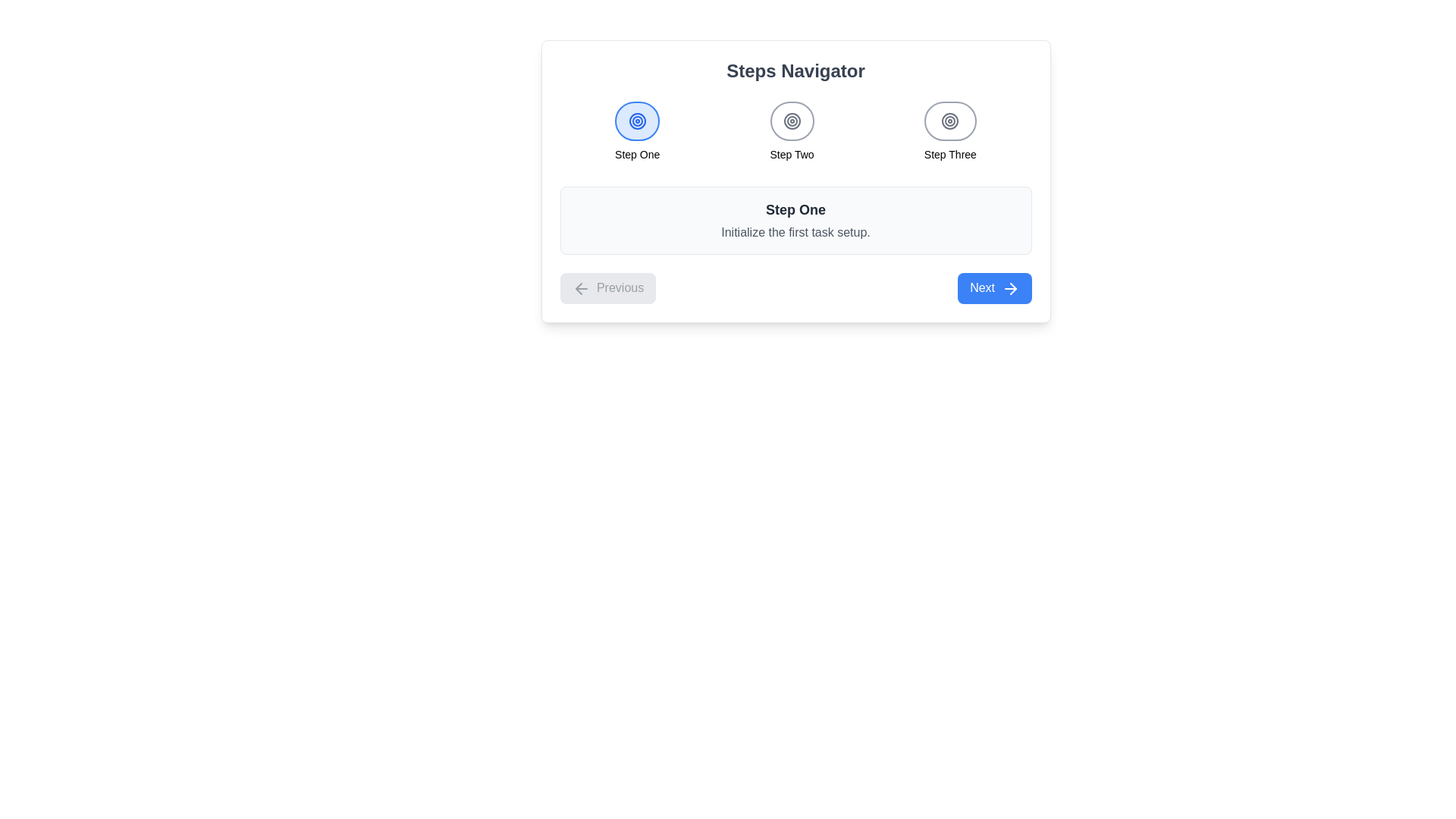  What do you see at coordinates (791, 120) in the screenshot?
I see `the middle circular shape within the SVG graphic that represents the second step labeled 'Step Two' in the steps navigator interface` at bounding box center [791, 120].